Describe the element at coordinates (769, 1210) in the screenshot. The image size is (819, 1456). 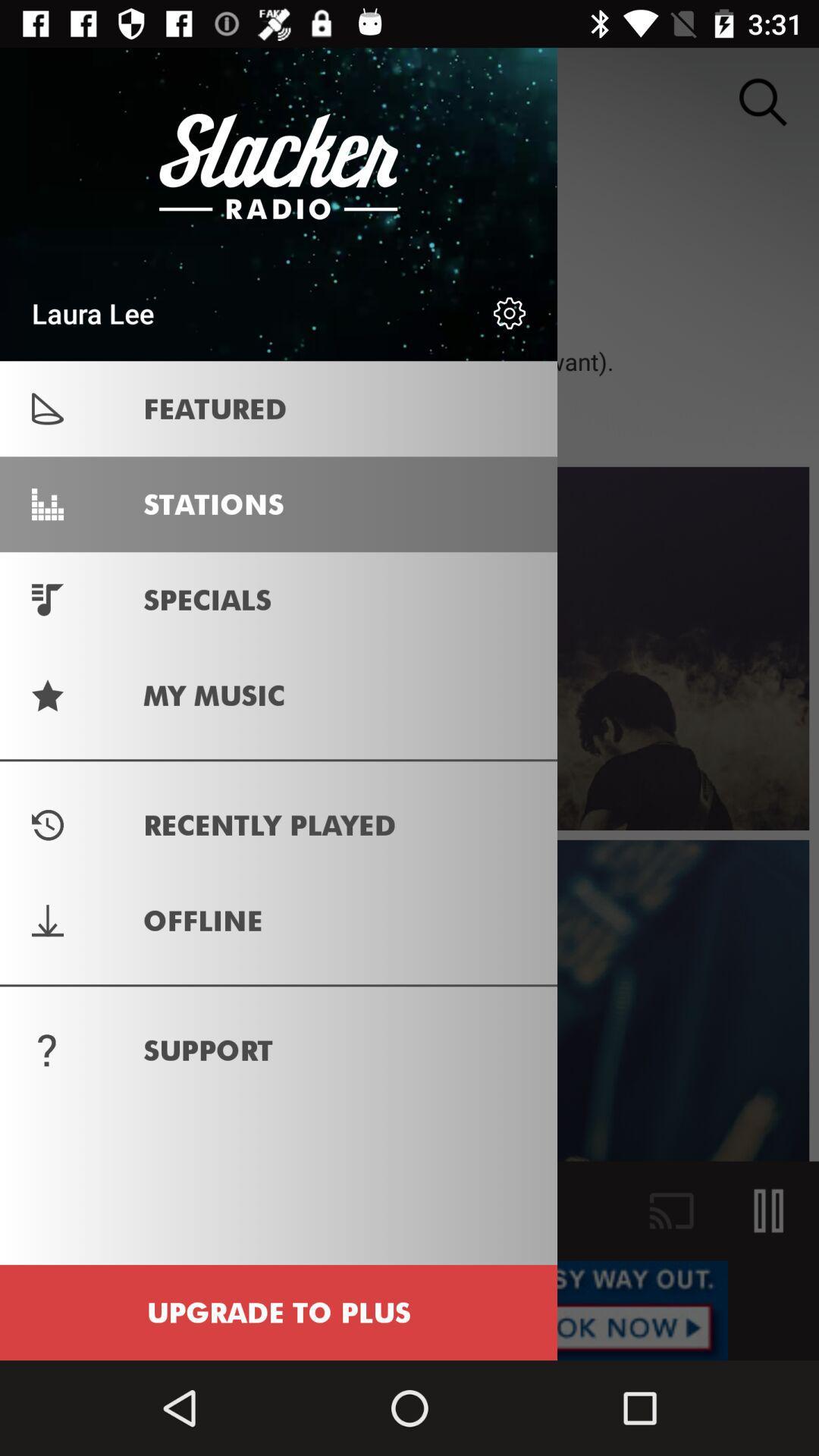
I see `the pause icon` at that location.